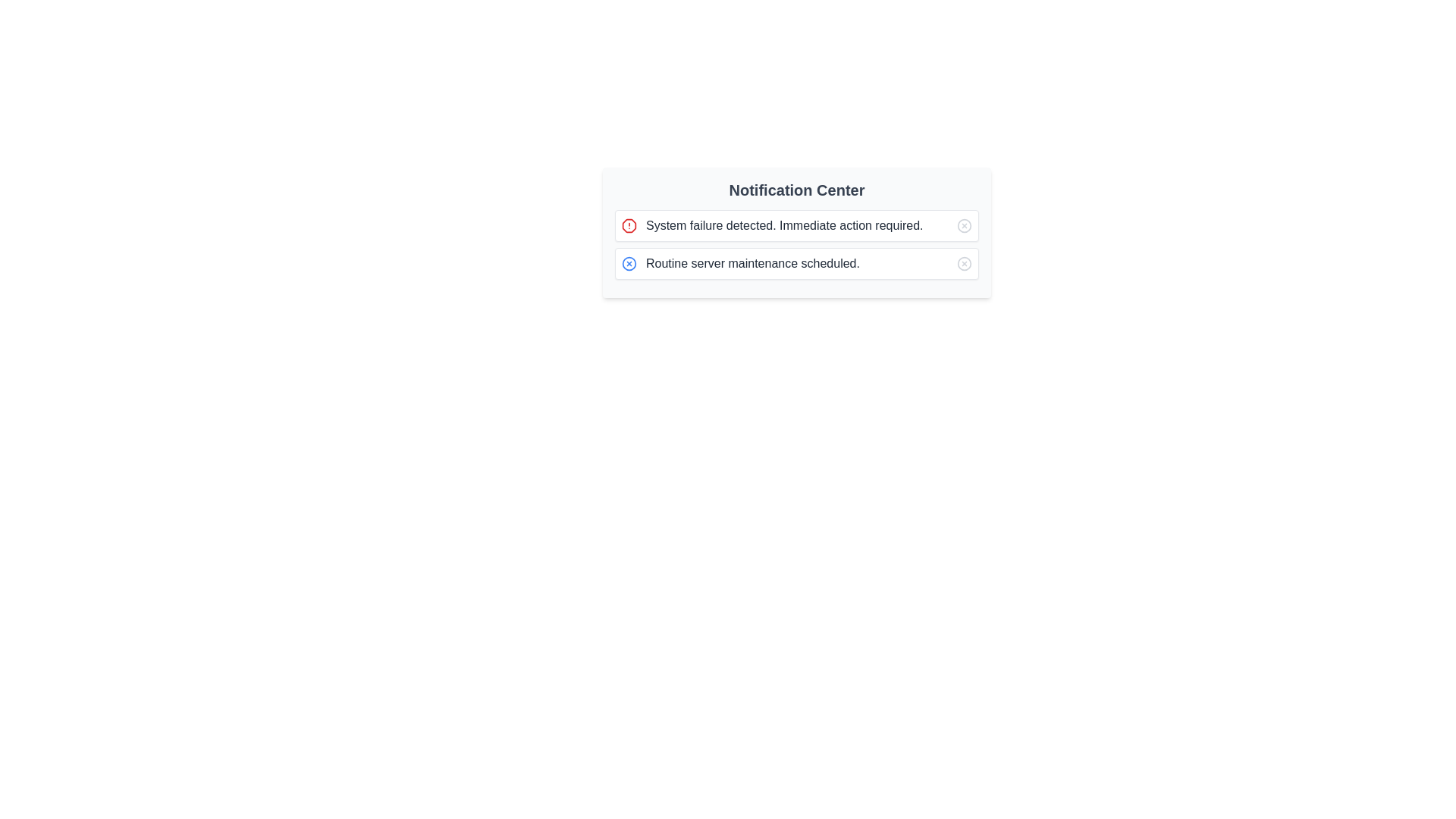 This screenshot has height=819, width=1456. Describe the element at coordinates (772, 225) in the screenshot. I see `the first notification message in the notification center that alerts the user about a critical system failure, which is visually distinct with an icon and positioned above the routine maintenance notification` at that location.